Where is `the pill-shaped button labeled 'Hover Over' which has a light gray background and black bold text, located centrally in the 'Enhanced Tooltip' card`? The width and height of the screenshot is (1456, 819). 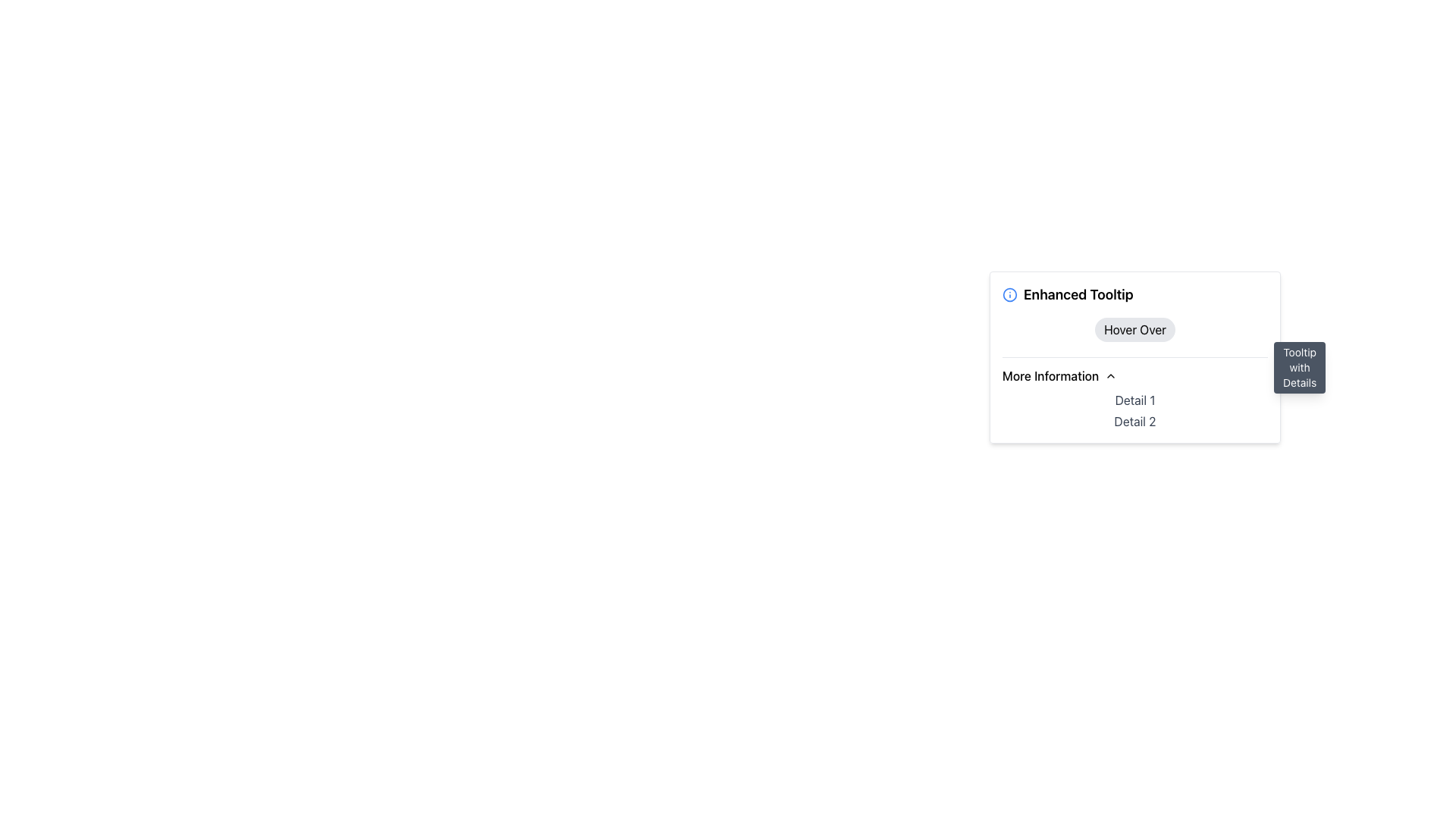 the pill-shaped button labeled 'Hover Over' which has a light gray background and black bold text, located centrally in the 'Enhanced Tooltip' card is located at coordinates (1135, 329).